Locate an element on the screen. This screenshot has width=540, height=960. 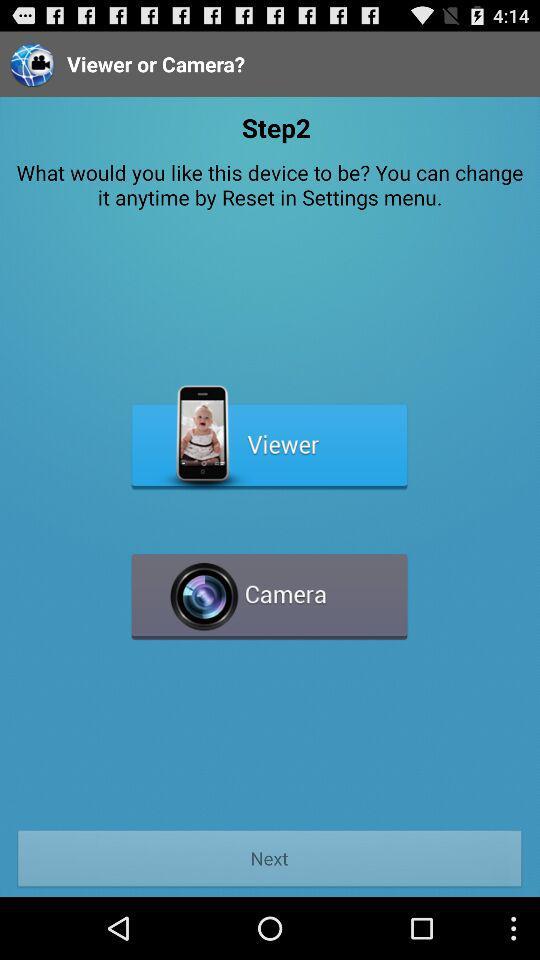
viewer is located at coordinates (269, 438).